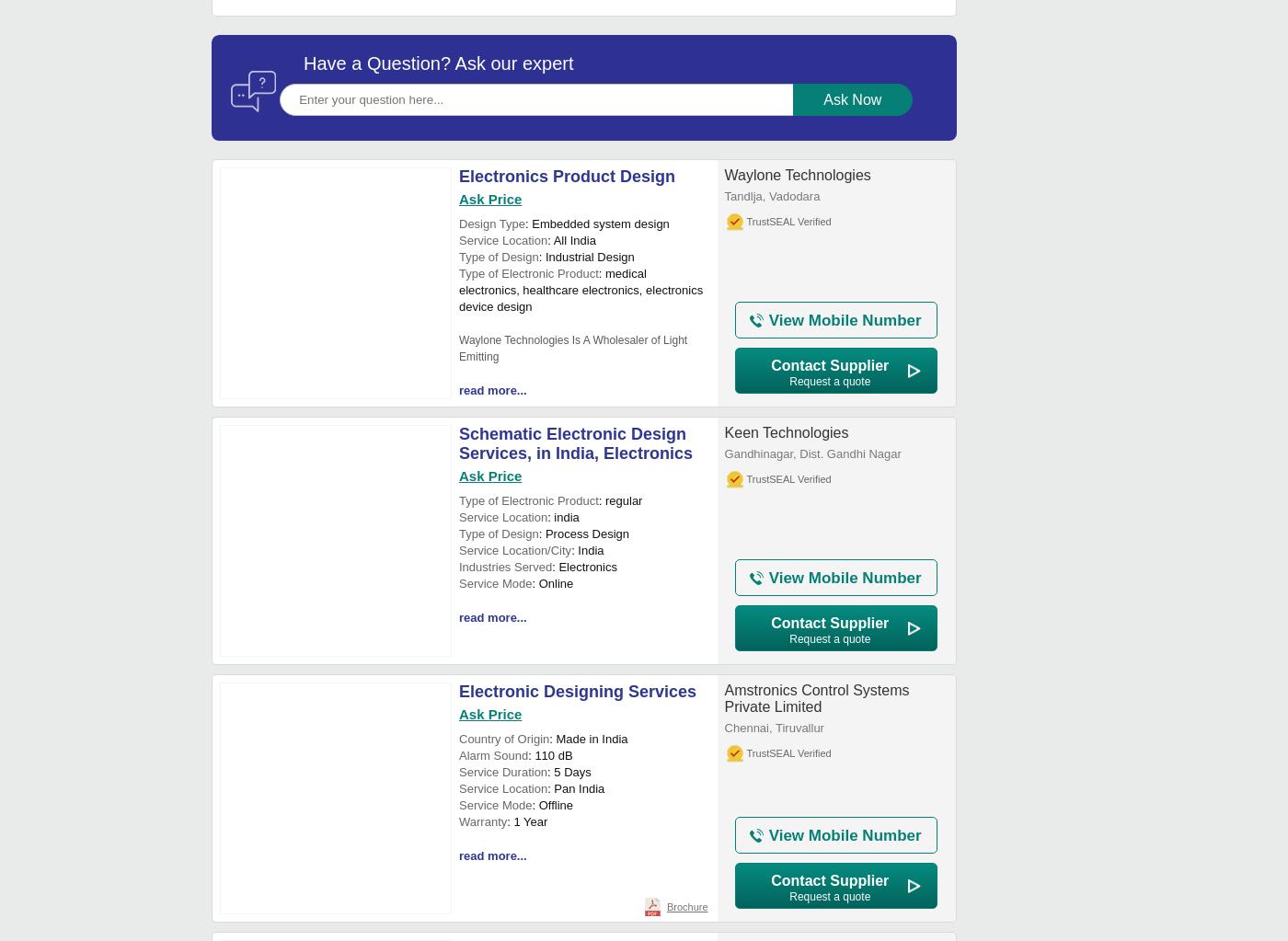 Image resolution: width=1288 pixels, height=941 pixels. Describe the element at coordinates (528, 755) in the screenshot. I see `':  110 dB'` at that location.